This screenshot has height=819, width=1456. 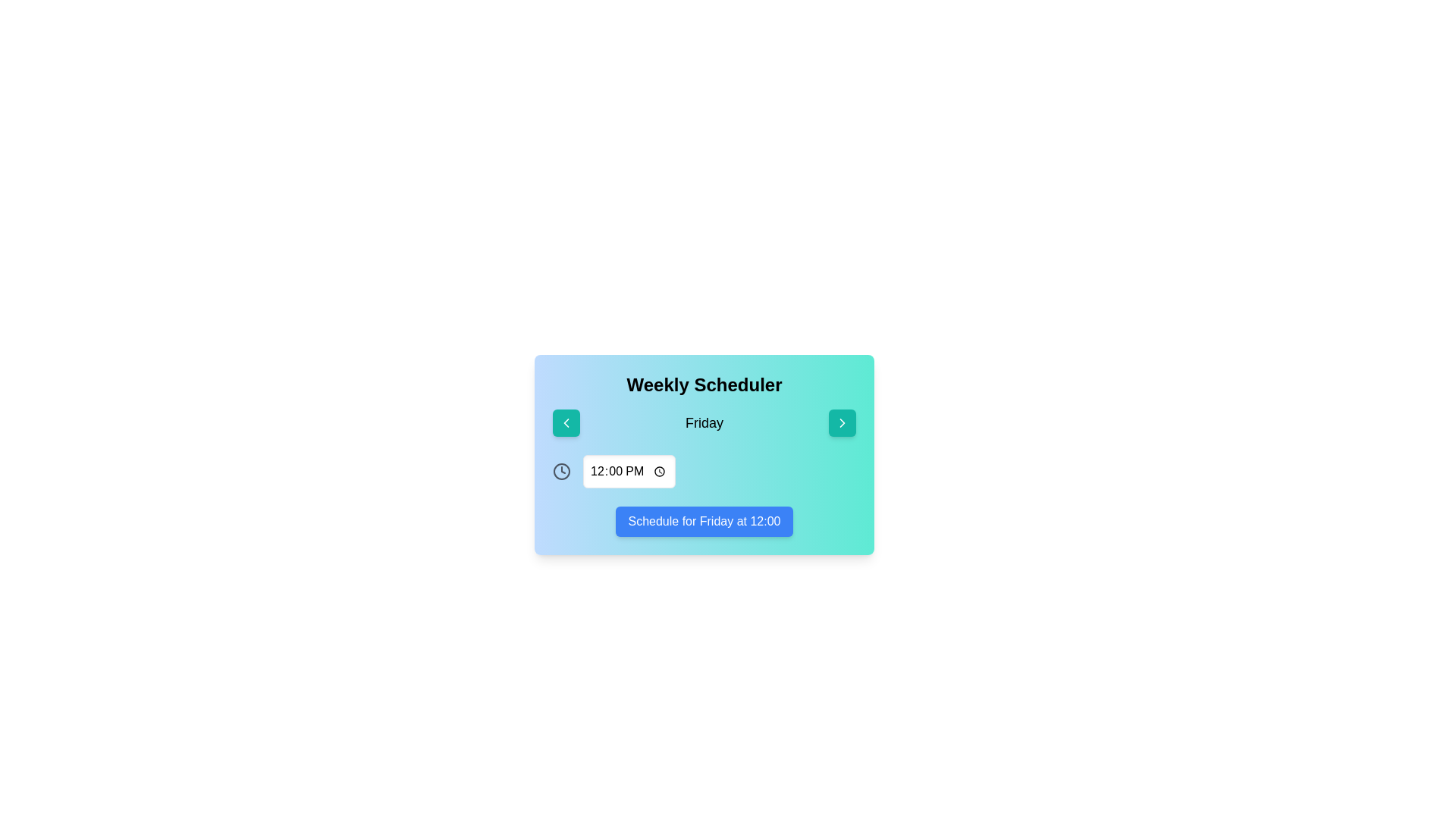 I want to click on the blue button labeled 'Schedule for Friday at 12:00' for keyboard input, so click(x=704, y=520).